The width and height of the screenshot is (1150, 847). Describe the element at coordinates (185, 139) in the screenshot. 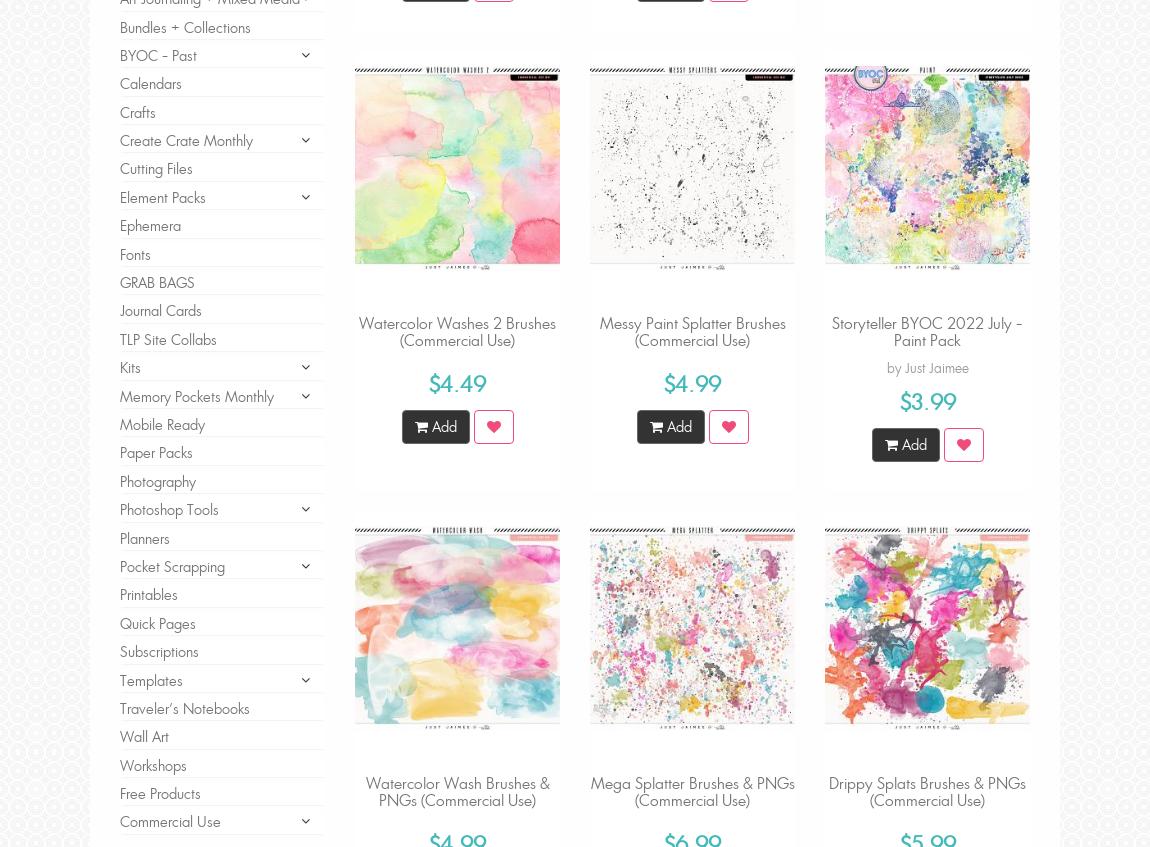

I see `'Create Crate Monthly'` at that location.